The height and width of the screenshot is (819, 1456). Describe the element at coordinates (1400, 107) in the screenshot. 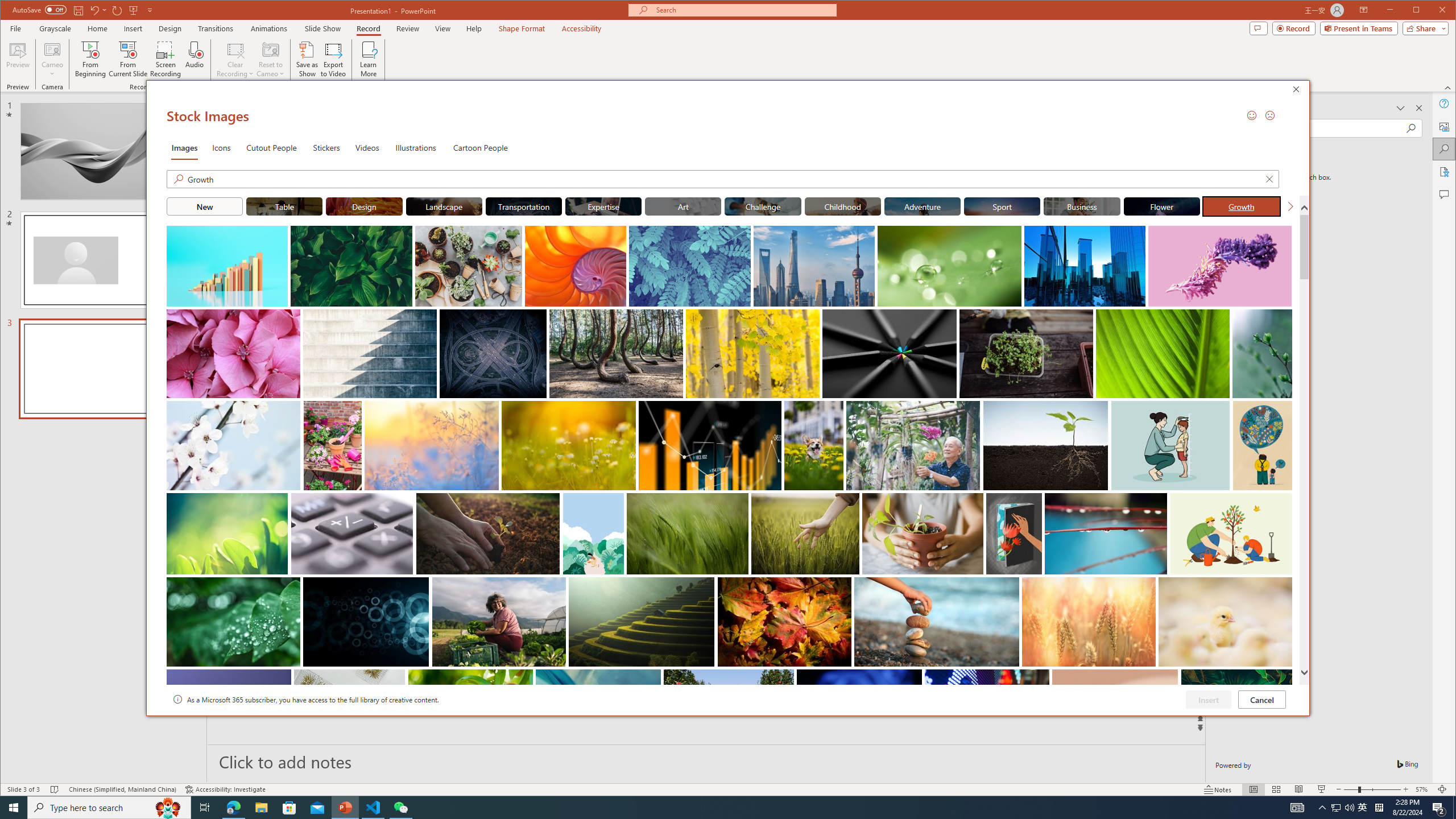

I see `'Task Pane Options'` at that location.